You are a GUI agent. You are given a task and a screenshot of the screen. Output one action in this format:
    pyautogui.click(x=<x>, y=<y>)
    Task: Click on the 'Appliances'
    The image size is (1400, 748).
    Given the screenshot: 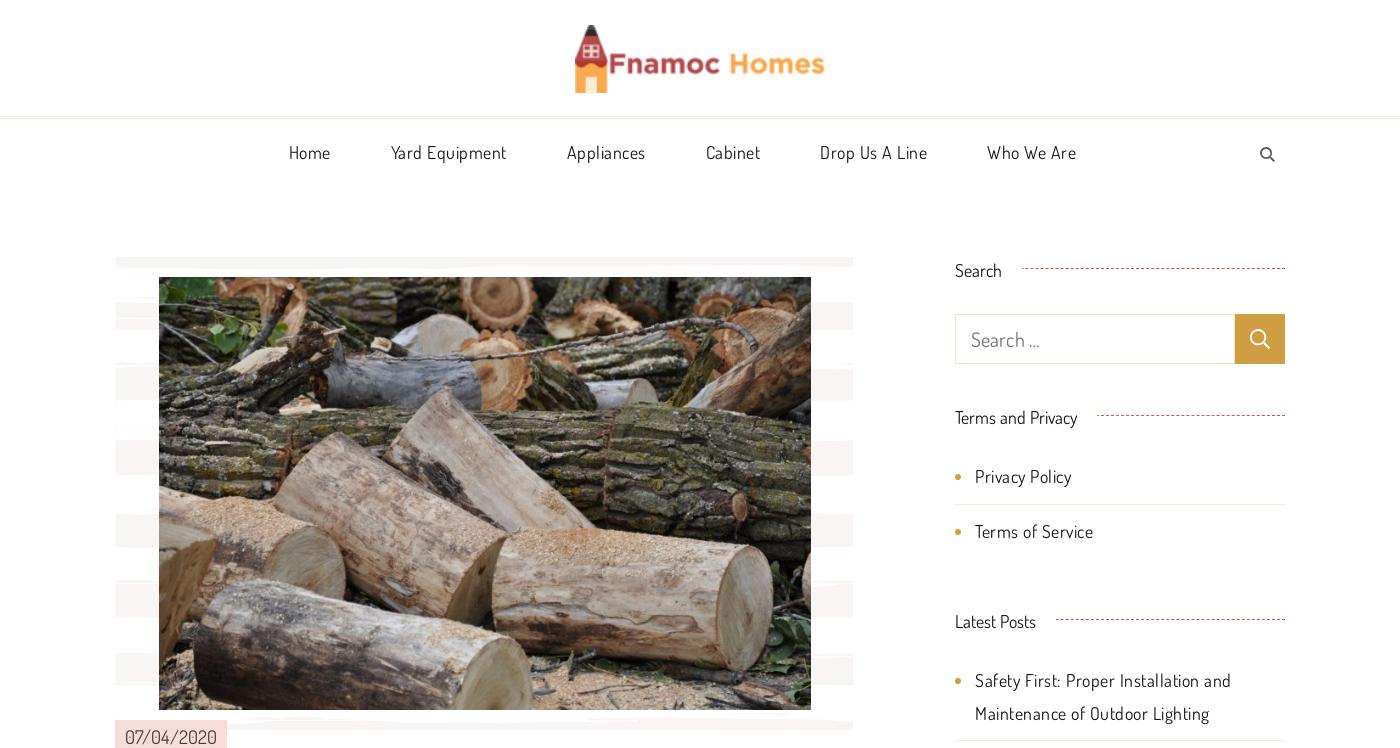 What is the action you would take?
    pyautogui.click(x=605, y=150)
    